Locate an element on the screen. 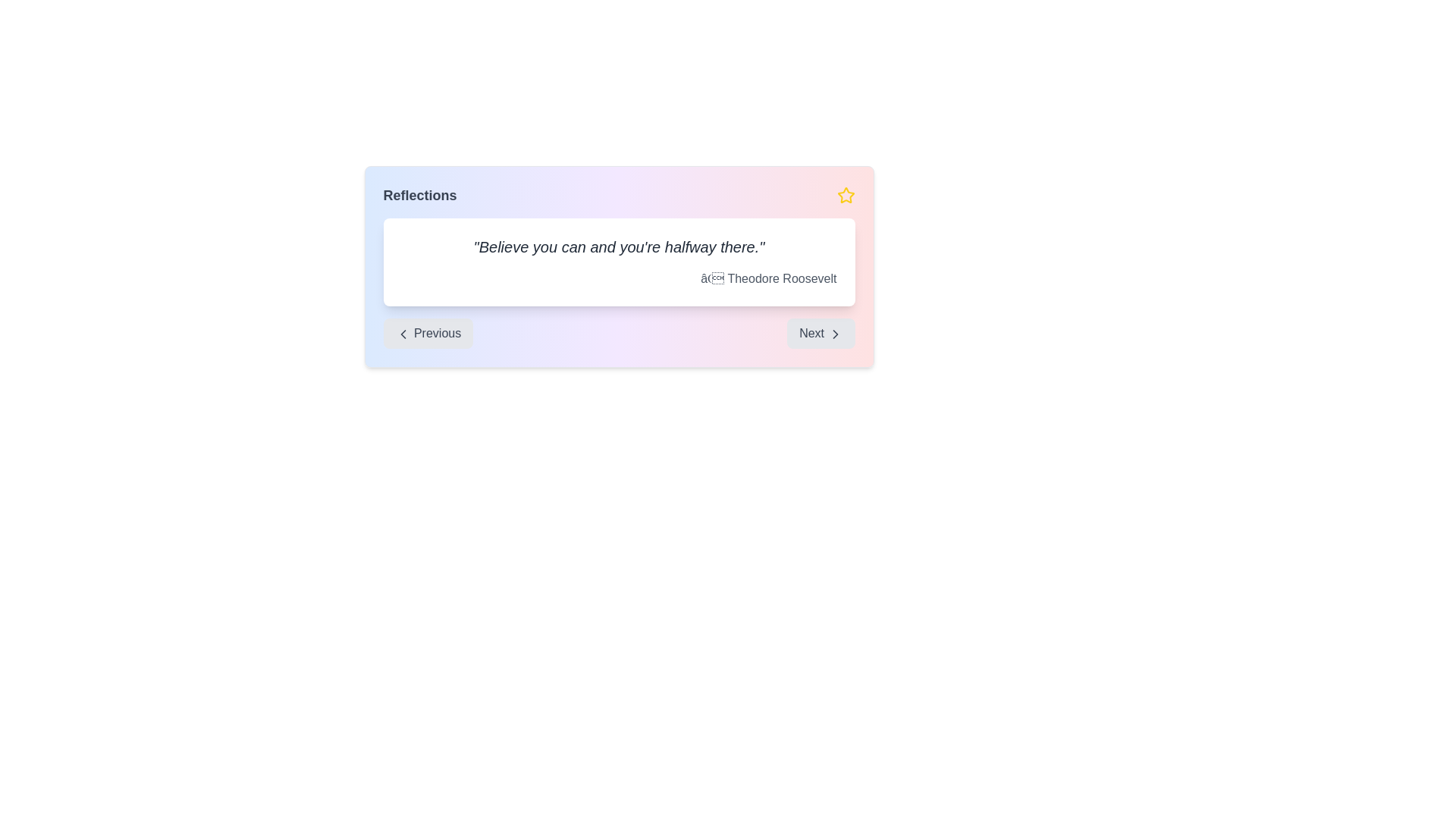  the favorite status icon located at the top right corner of the card-like section to interact with it is located at coordinates (845, 194).